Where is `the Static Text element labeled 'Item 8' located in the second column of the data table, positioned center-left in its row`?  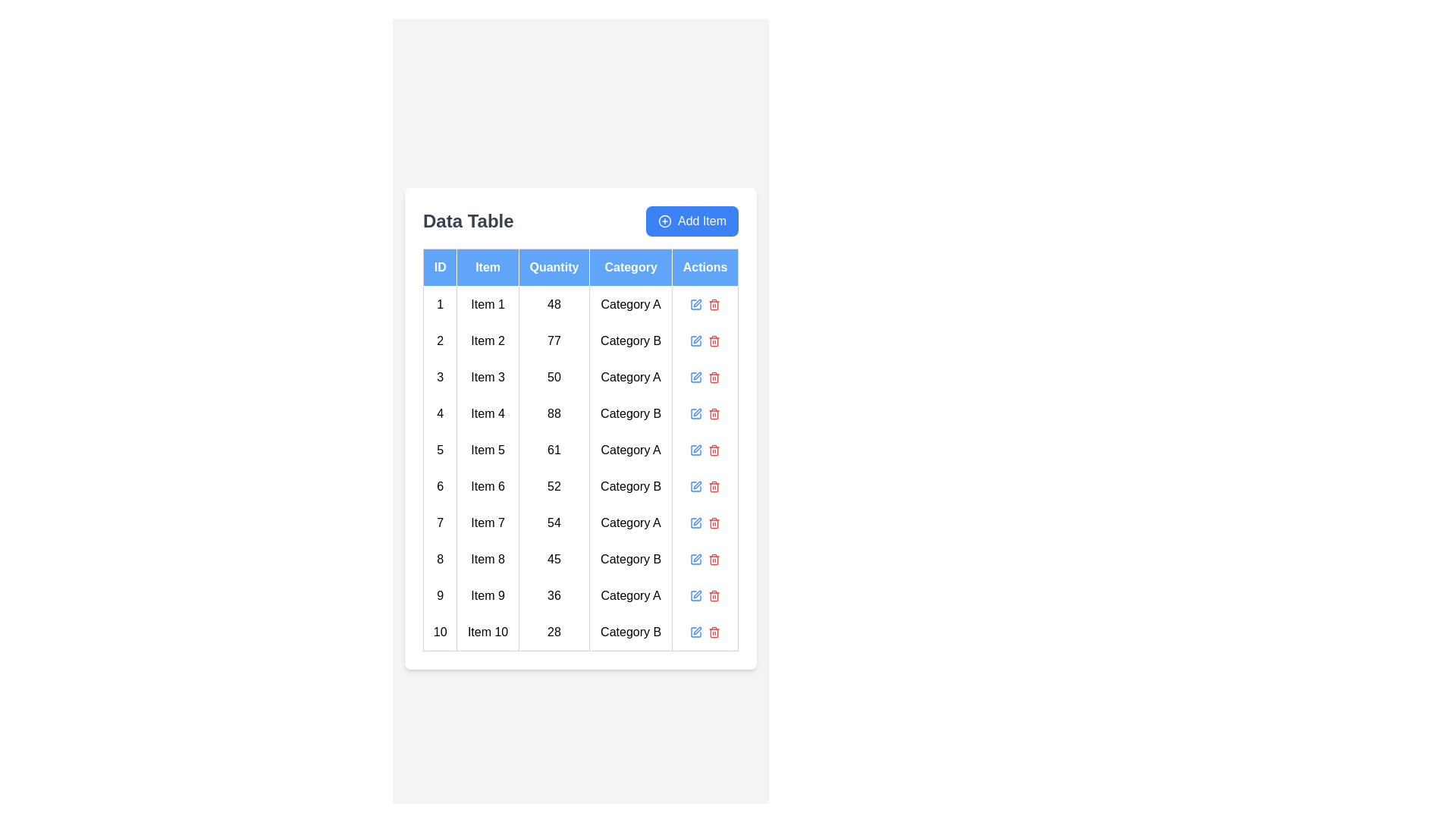
the Static Text element labeled 'Item 8' located in the second column of the data table, positioned center-left in its row is located at coordinates (488, 559).